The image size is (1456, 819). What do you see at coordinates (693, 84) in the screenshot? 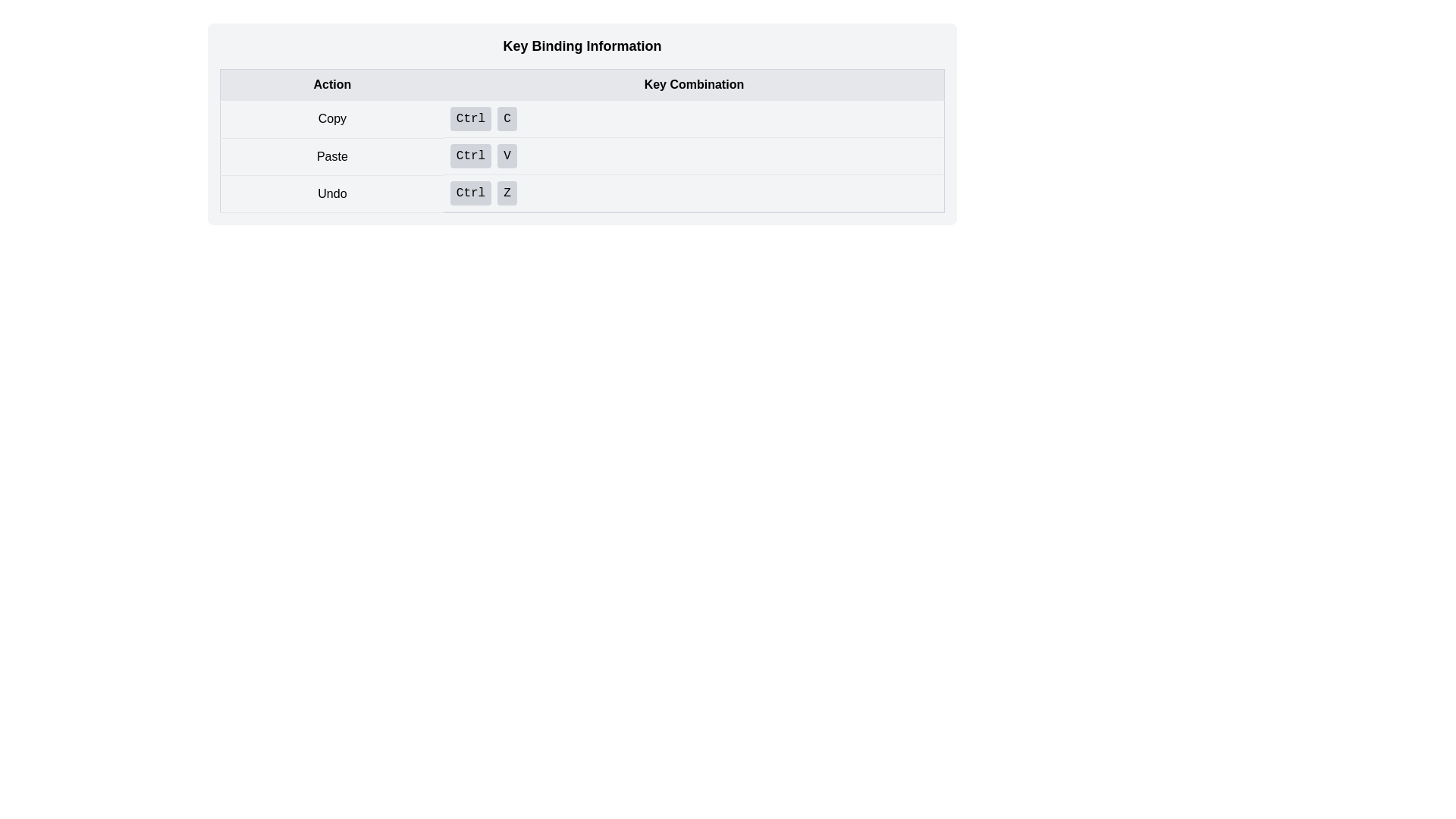
I see `the header label located at the top-right corner of the two-column table, which is the second header immediately to the right of the 'Action' header, to provide context for key combinations associated with various actions` at bounding box center [693, 84].